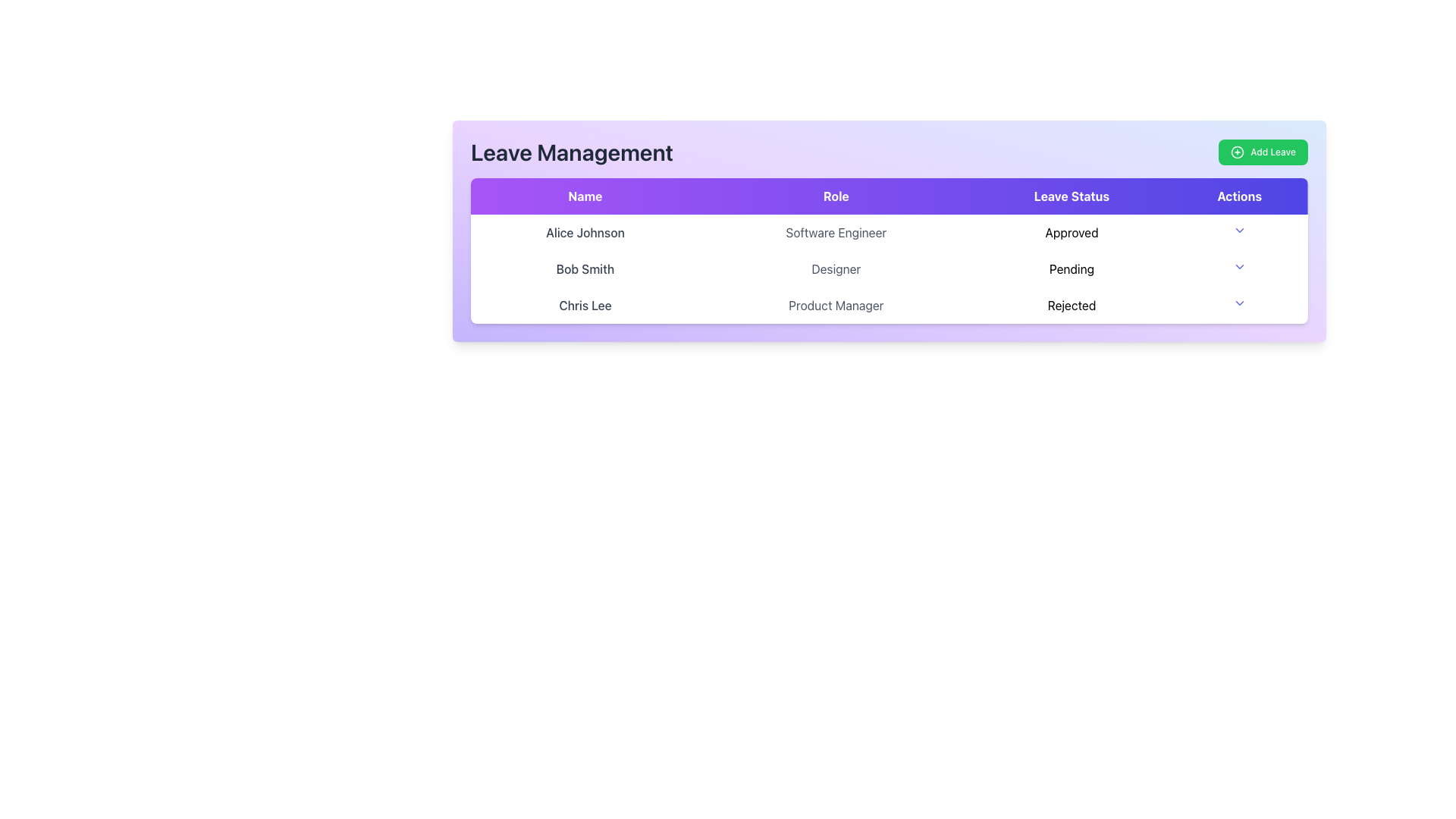 This screenshot has width=1456, height=819. What do you see at coordinates (835, 195) in the screenshot?
I see `the header label indicating roles in the table, positioned between 'Name' and 'Leave Status'` at bounding box center [835, 195].